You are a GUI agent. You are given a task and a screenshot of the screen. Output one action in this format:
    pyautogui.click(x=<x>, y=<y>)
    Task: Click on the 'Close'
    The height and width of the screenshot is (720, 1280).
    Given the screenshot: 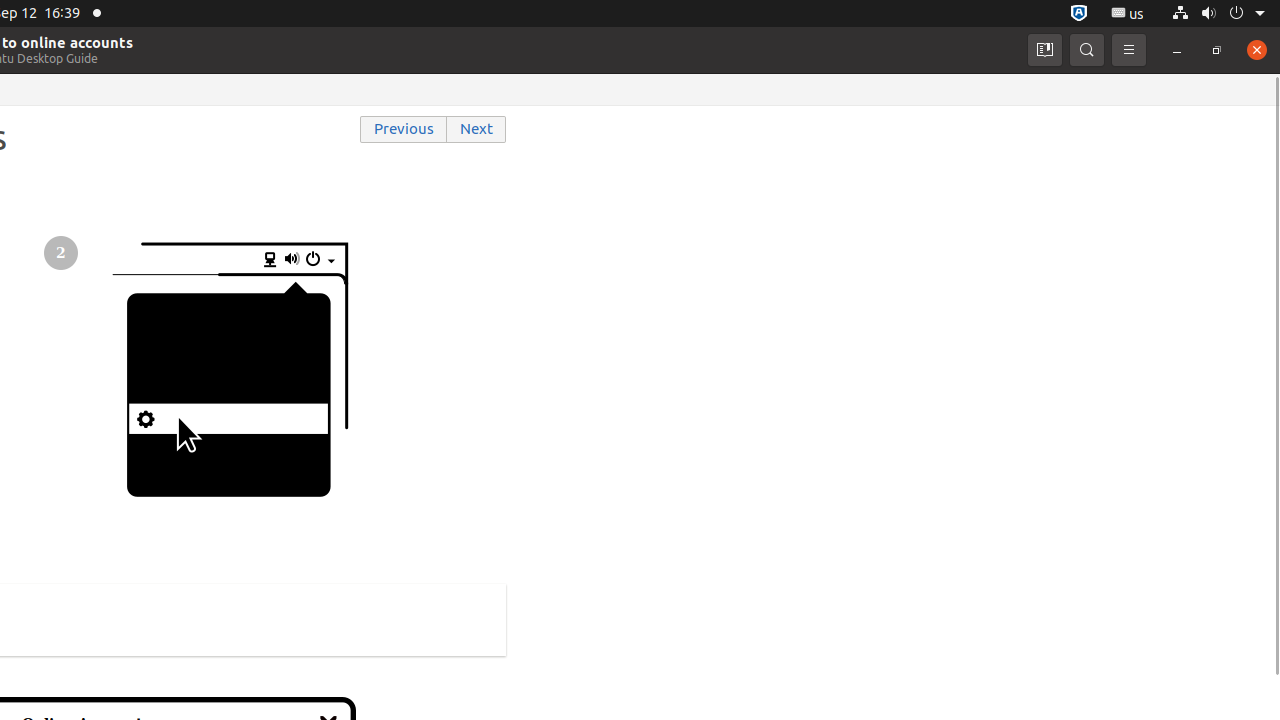 What is the action you would take?
    pyautogui.click(x=1255, y=48)
    